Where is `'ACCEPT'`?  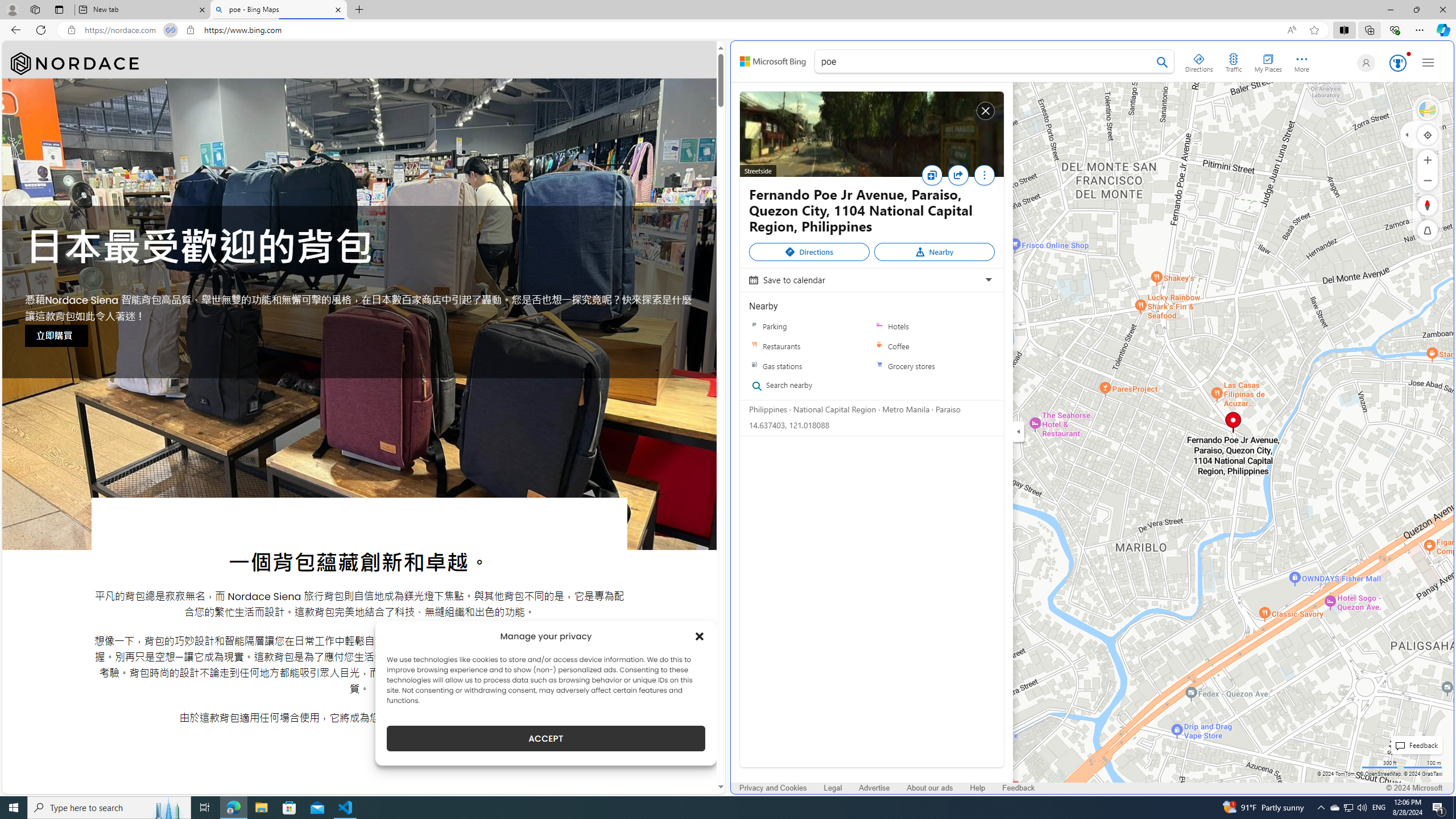
'ACCEPT' is located at coordinates (545, 738).